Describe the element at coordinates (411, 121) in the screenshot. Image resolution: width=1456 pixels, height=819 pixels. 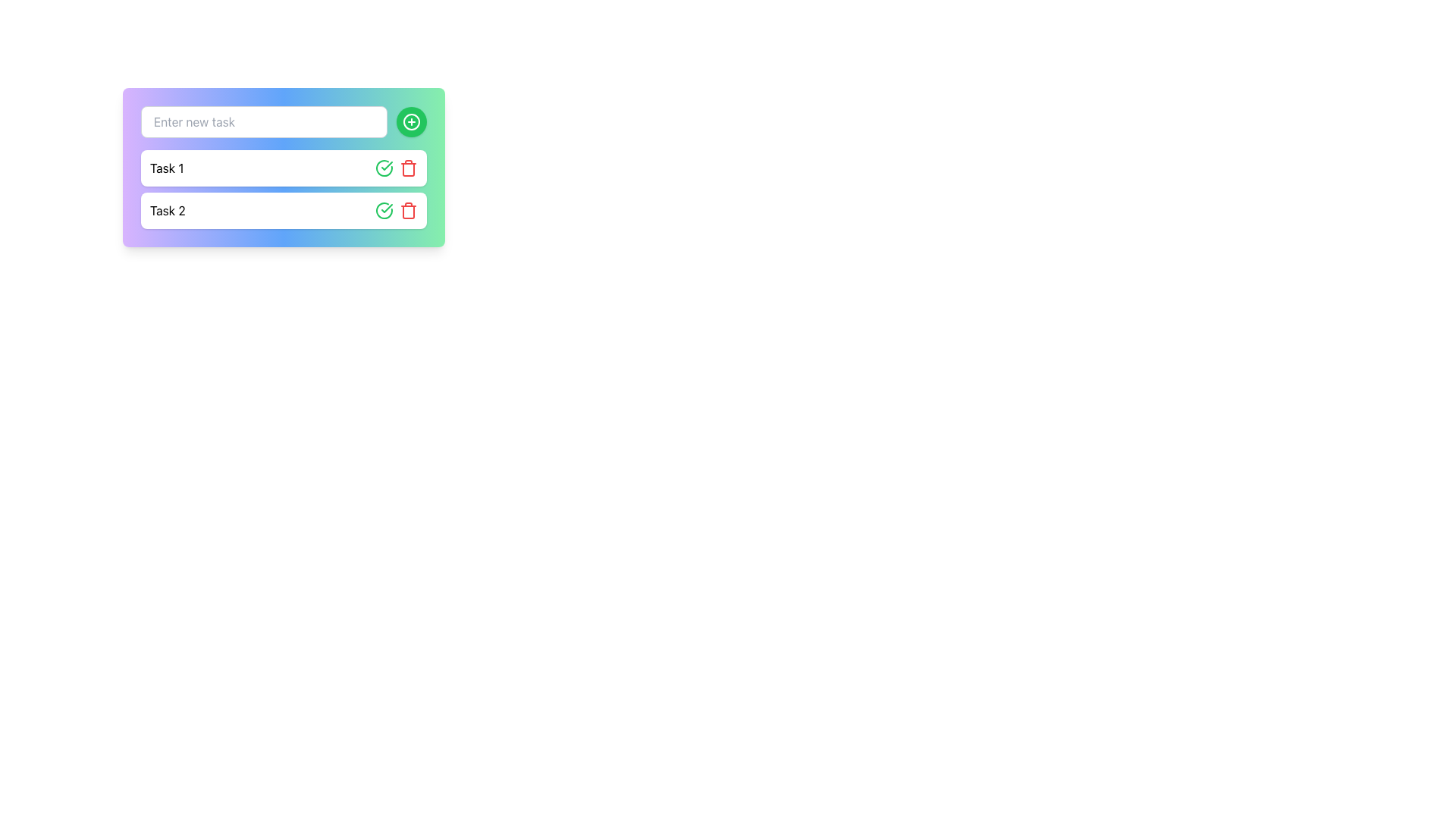
I see `the action button located in the upper right corner of the colored rectangle` at that location.